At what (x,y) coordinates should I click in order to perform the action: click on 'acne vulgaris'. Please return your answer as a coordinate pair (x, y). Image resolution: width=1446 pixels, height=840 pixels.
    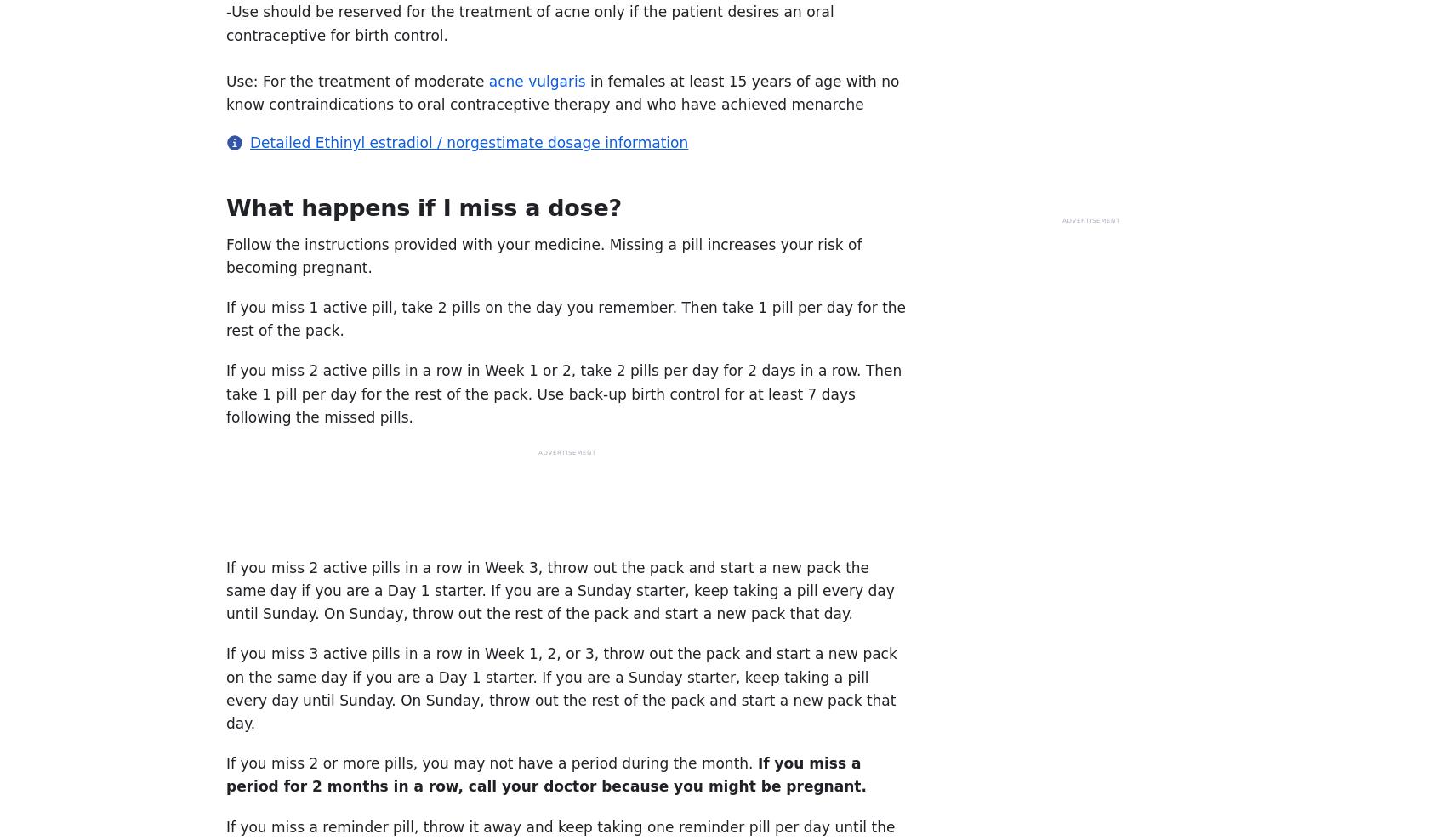
    Looking at the image, I should click on (536, 82).